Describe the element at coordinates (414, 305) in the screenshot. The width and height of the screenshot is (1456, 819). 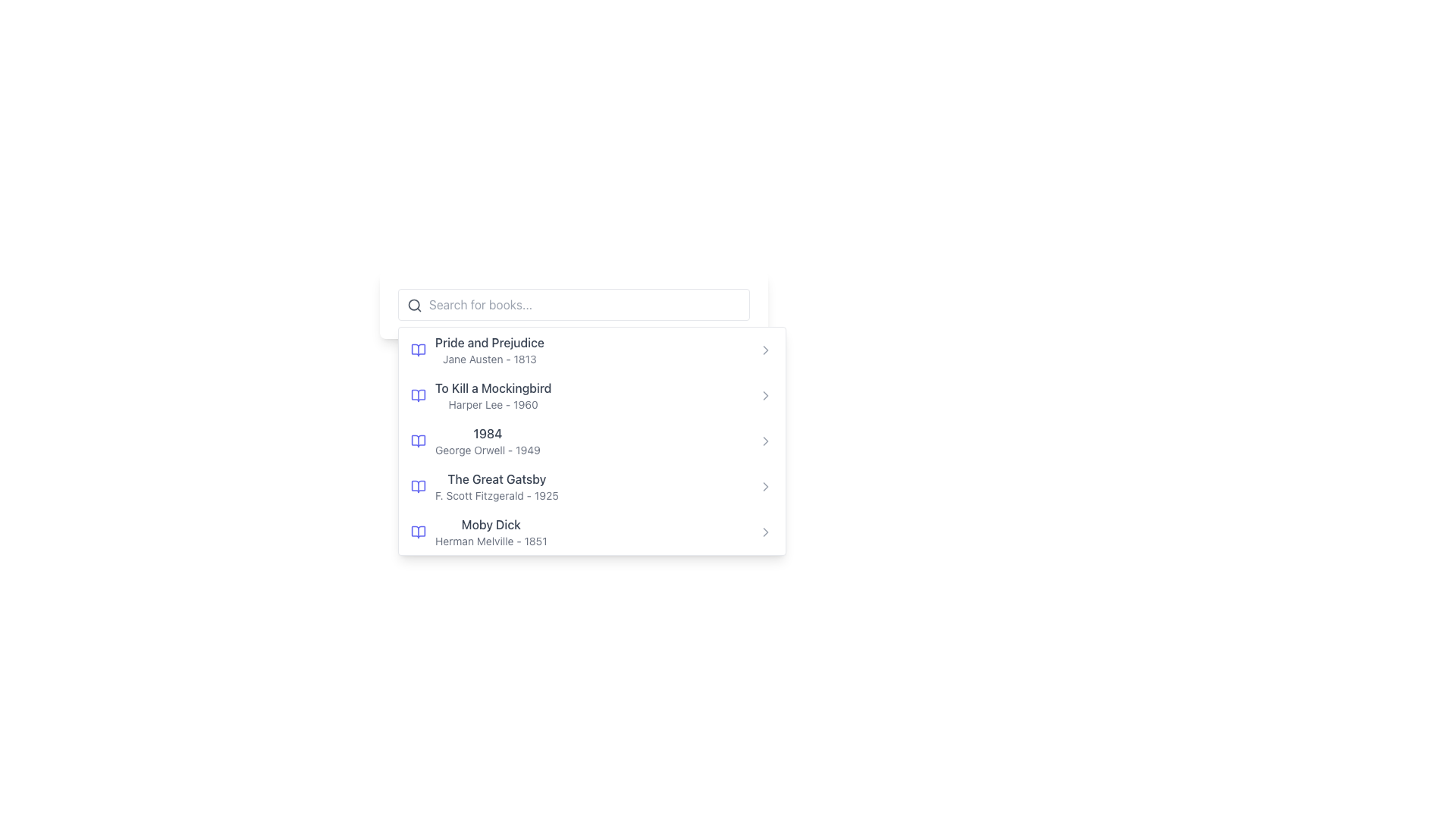
I see `the decorative circle element that forms the body of the search icon located at the top-left corner of the search bar` at that location.